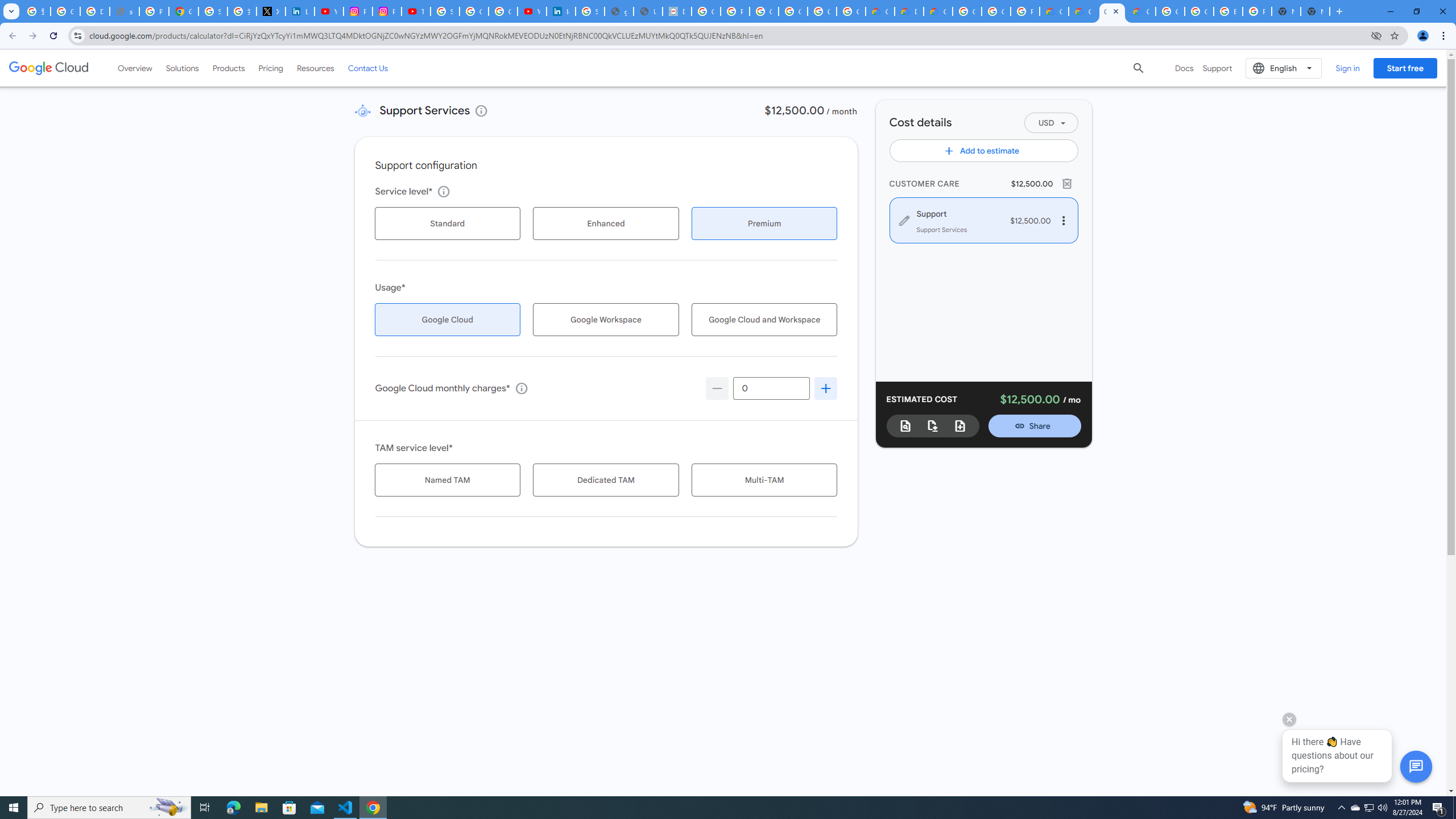 The image size is (1456, 819). Describe the element at coordinates (181, 67) in the screenshot. I see `'Solutions'` at that location.